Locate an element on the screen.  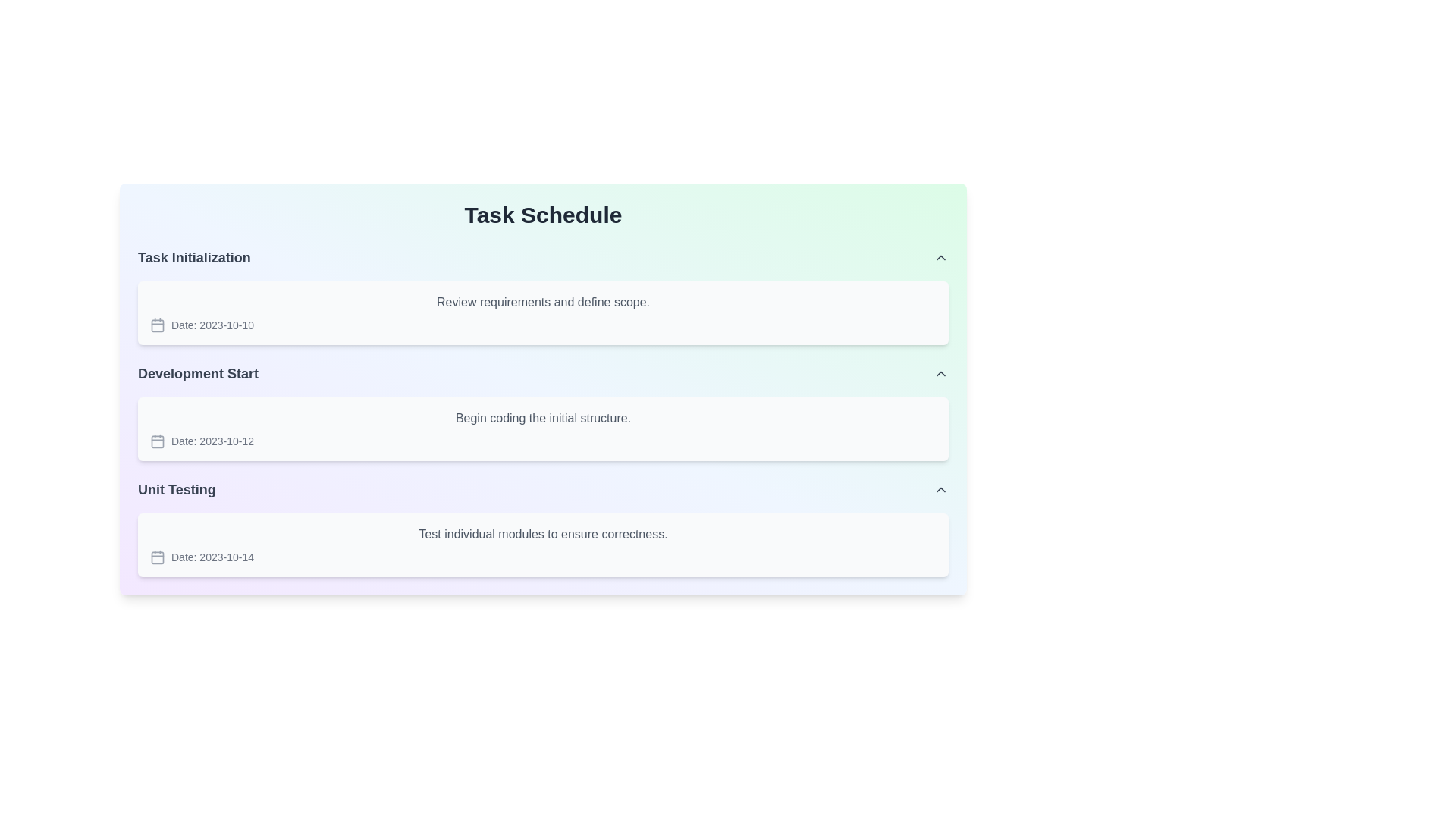
the chevron button on the right side of the 'Development Start' section header is located at coordinates (940, 374).